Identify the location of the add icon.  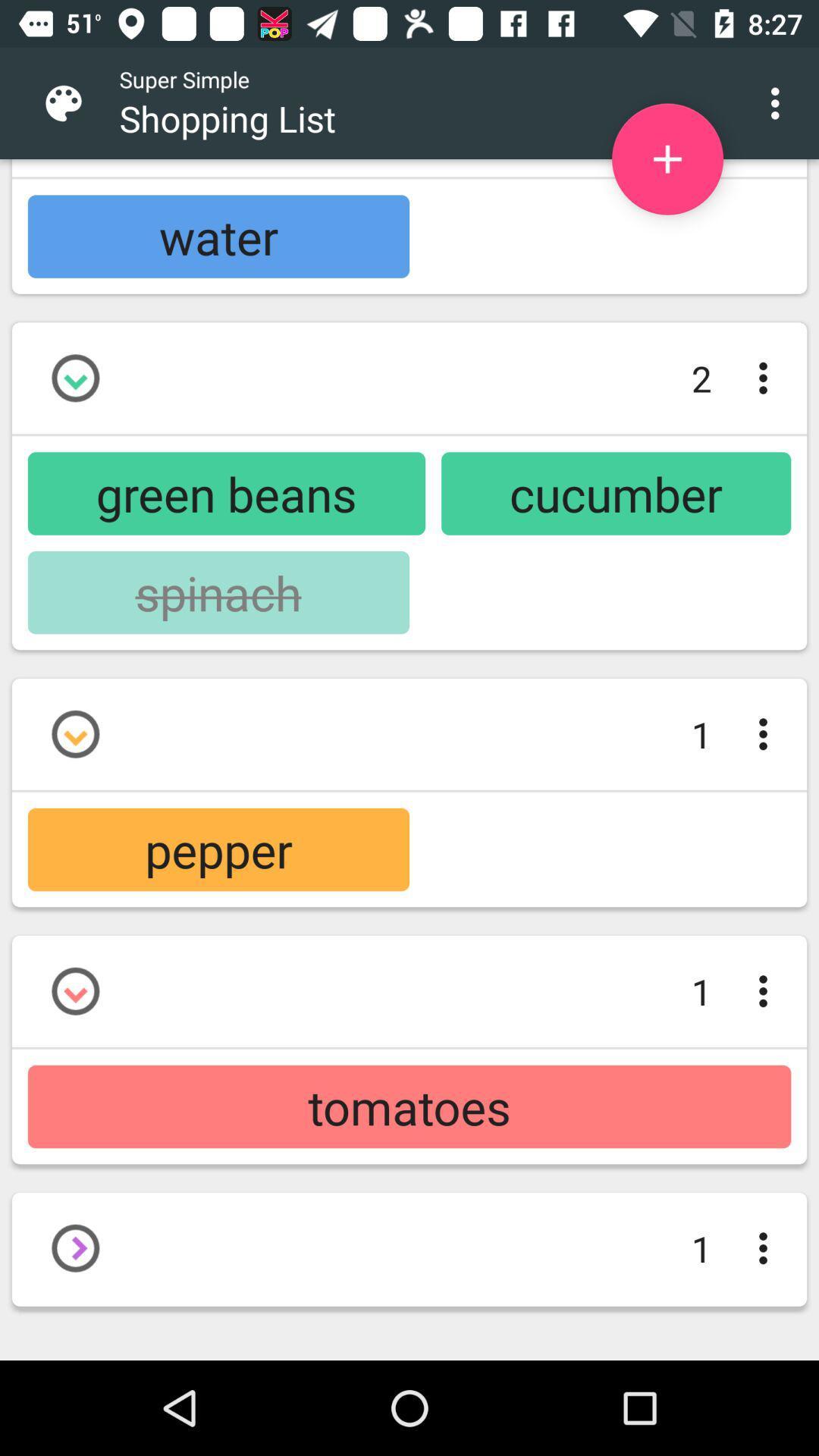
(667, 159).